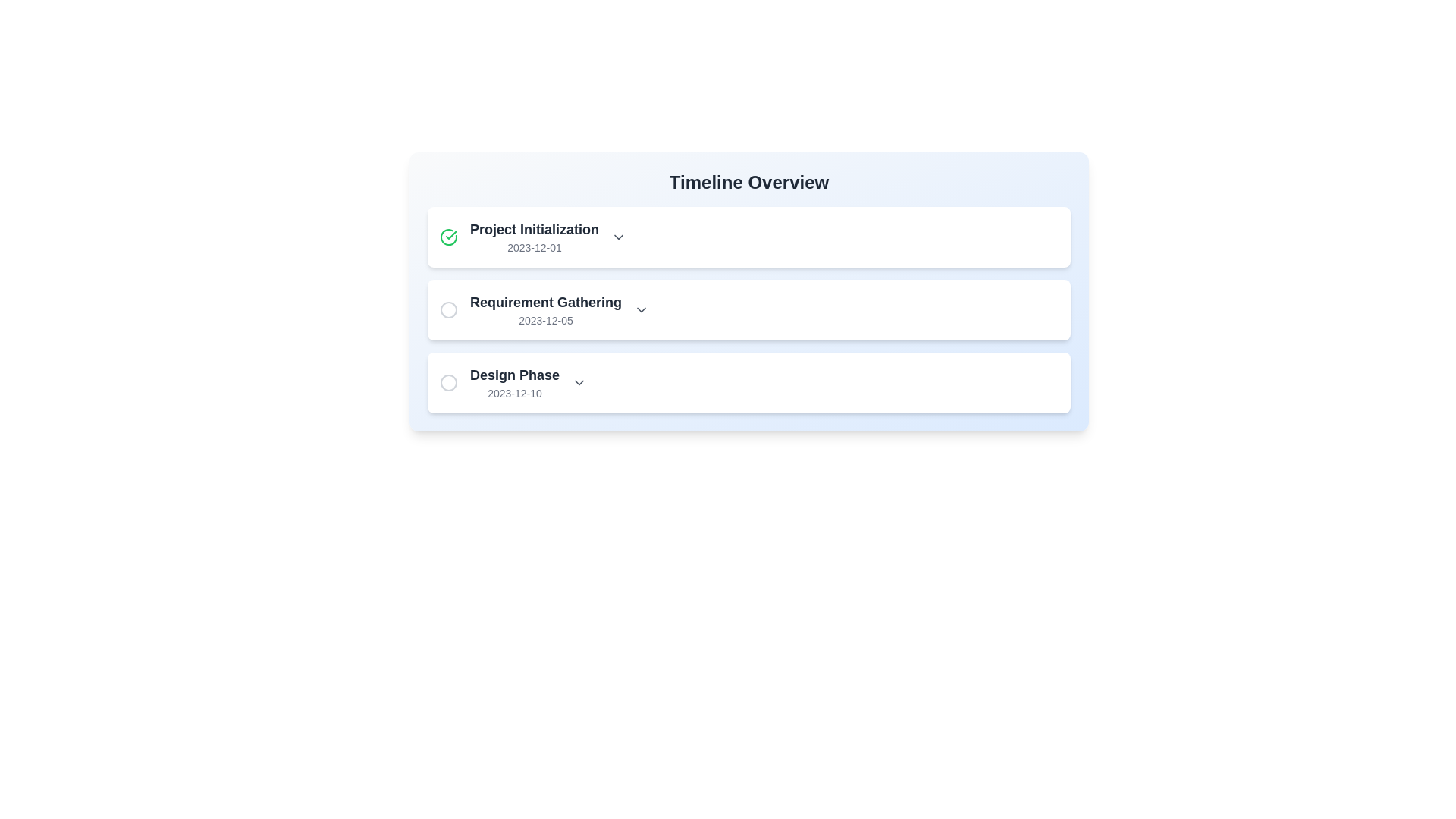 Image resolution: width=1456 pixels, height=819 pixels. What do you see at coordinates (749, 309) in the screenshot?
I see `the list item titled 'Requirement Gathering'` at bounding box center [749, 309].